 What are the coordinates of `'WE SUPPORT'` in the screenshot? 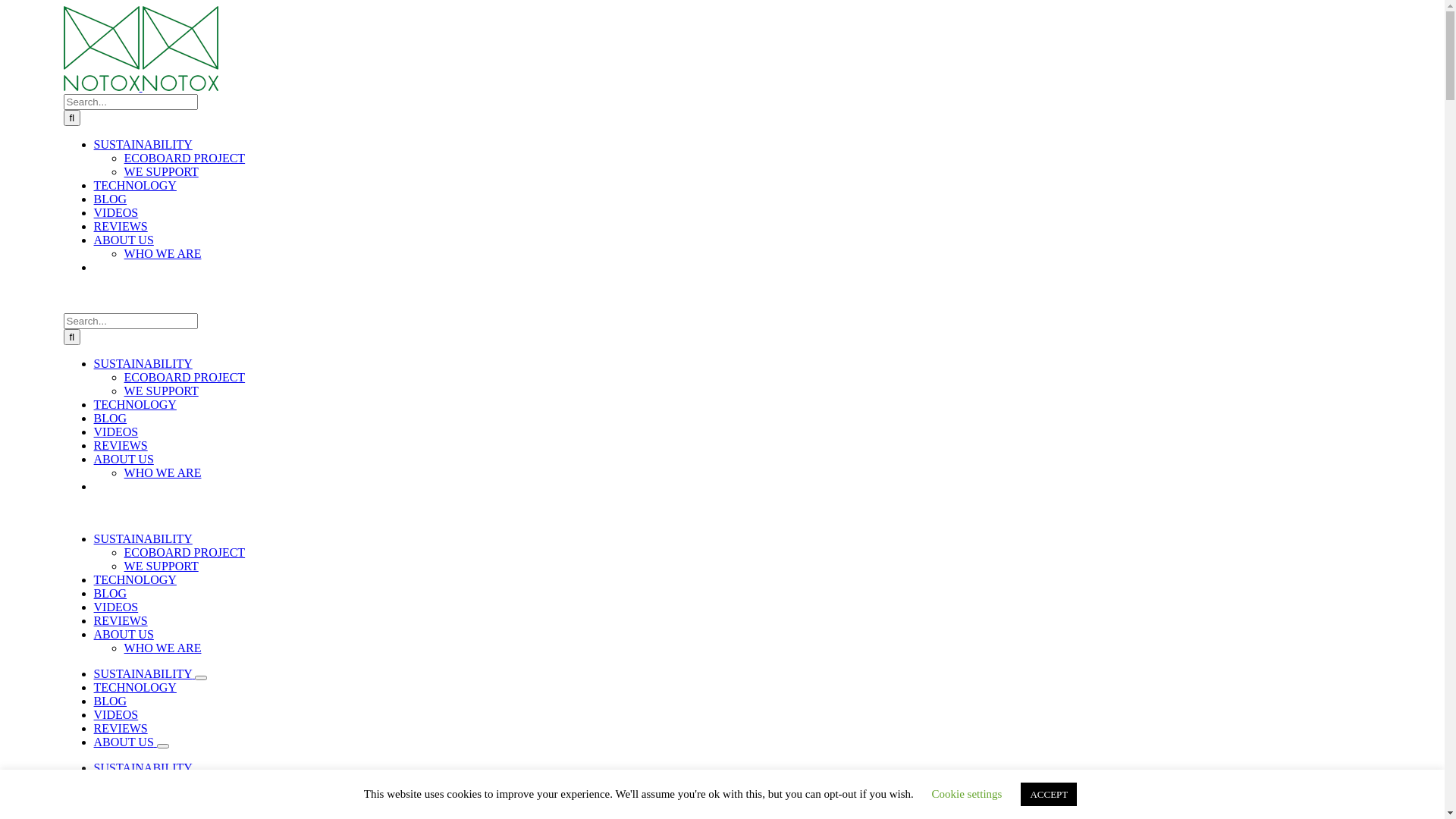 It's located at (161, 171).